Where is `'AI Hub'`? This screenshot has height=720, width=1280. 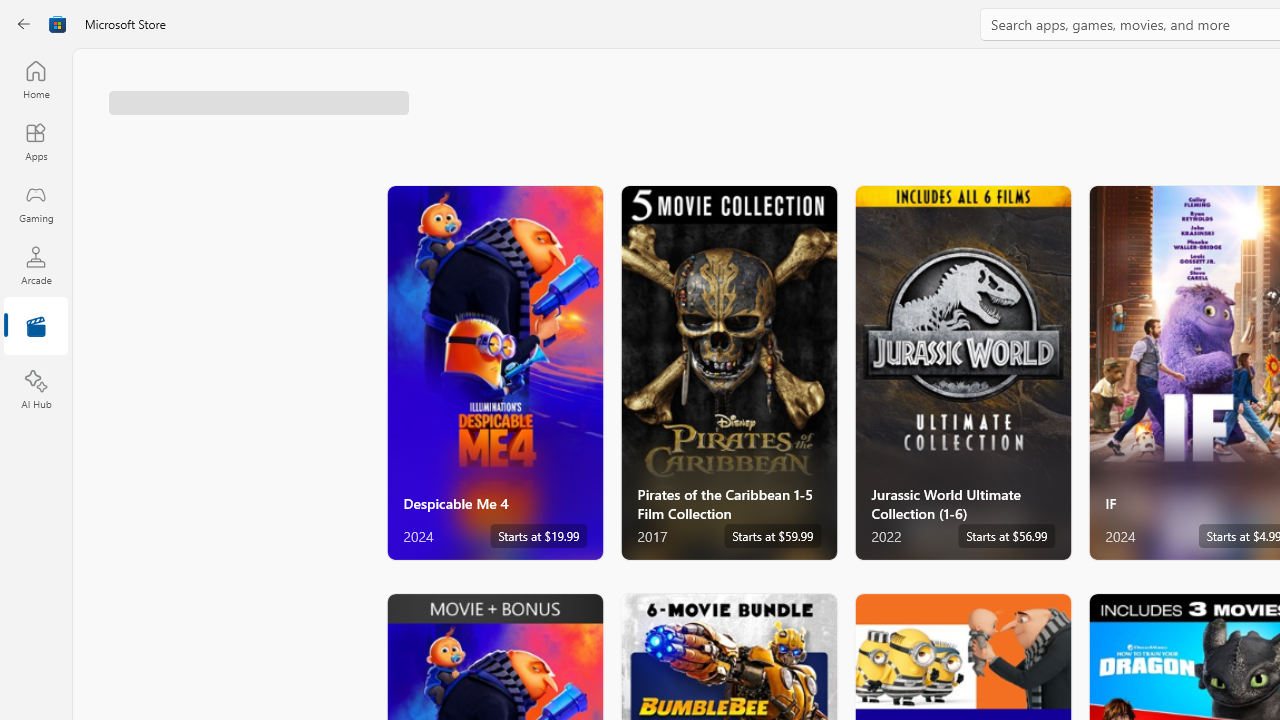 'AI Hub' is located at coordinates (35, 390).